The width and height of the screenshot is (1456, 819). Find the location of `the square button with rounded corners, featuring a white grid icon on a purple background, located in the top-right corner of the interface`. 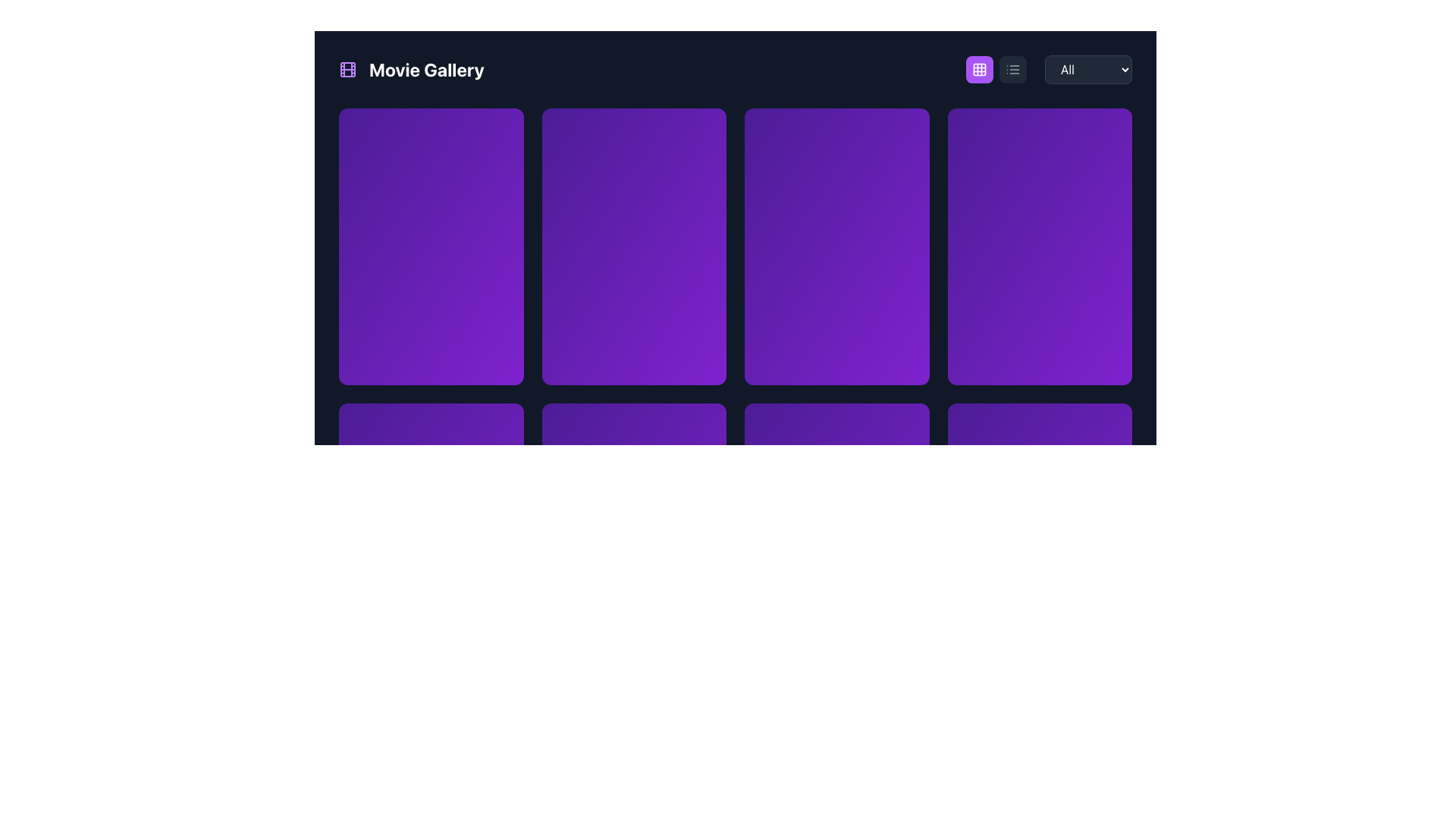

the square button with rounded corners, featuring a white grid icon on a purple background, located in the top-right corner of the interface is located at coordinates (979, 70).